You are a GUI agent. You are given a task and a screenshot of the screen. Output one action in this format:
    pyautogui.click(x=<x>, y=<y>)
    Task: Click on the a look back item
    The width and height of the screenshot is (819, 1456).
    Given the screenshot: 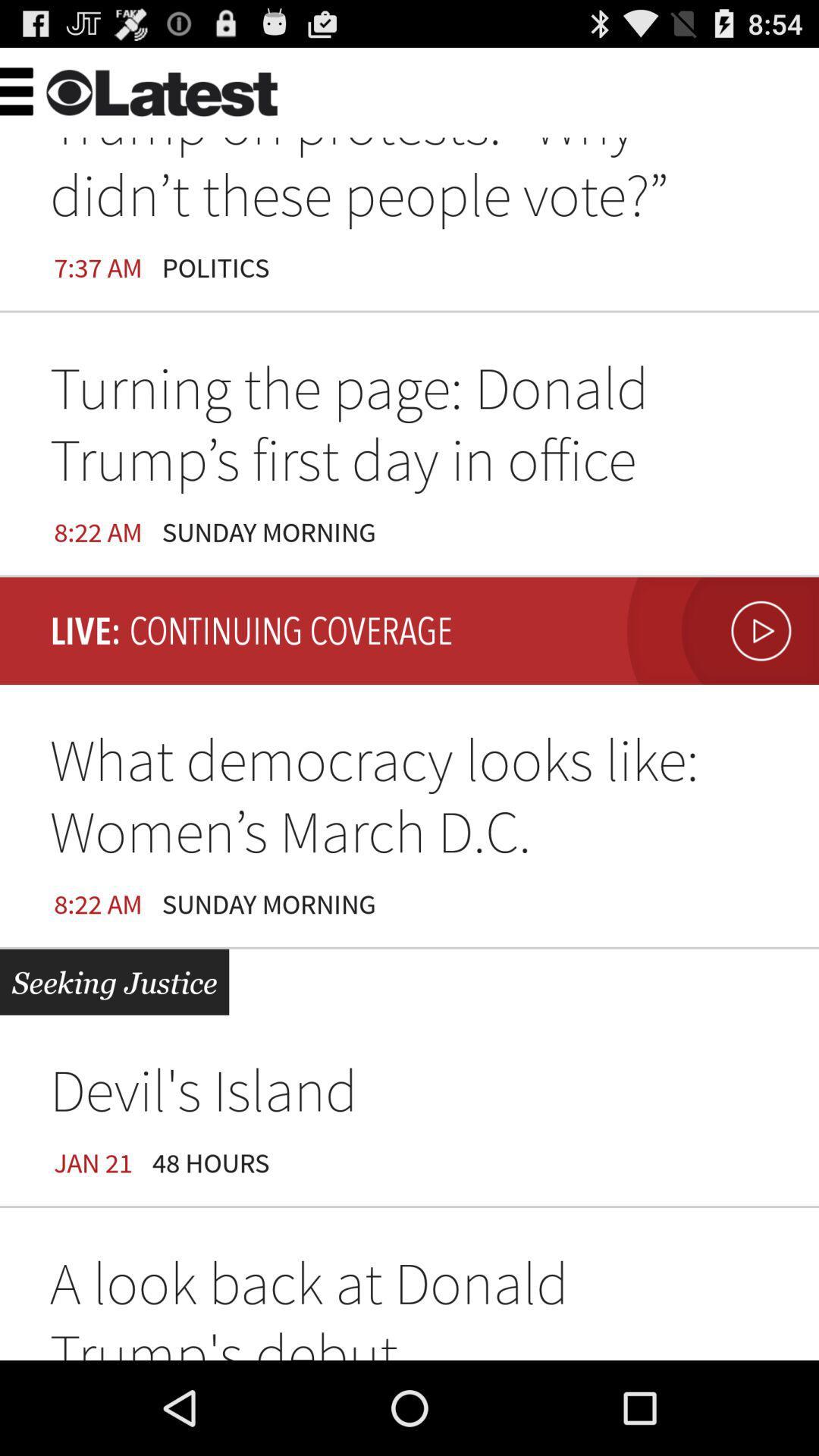 What is the action you would take?
    pyautogui.click(x=409, y=1303)
    